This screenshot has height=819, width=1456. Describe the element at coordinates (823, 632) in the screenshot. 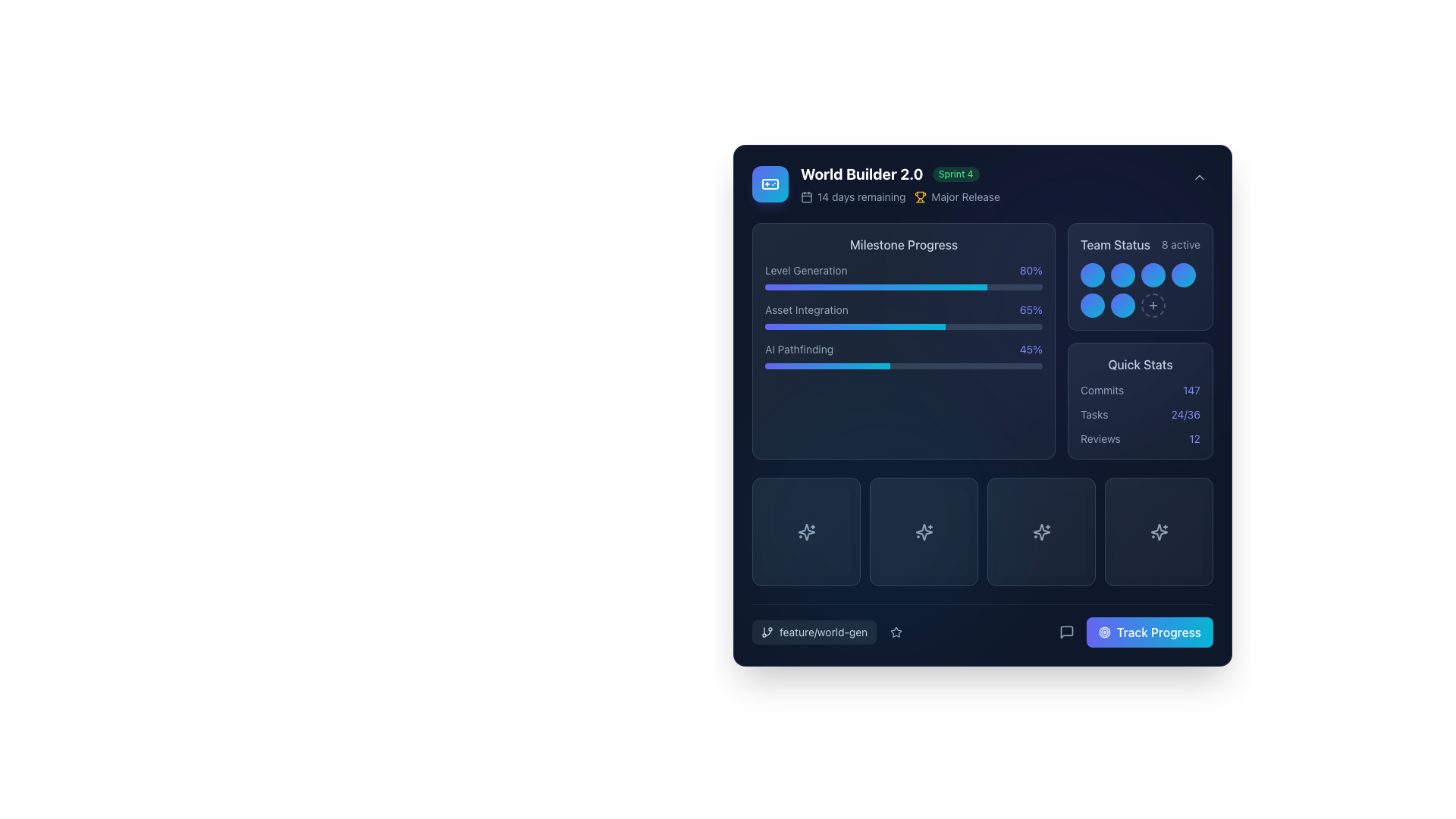

I see `the static text element that reads 'feature/world-gen', located in the bottom left corner of a rounded rectangular button-like structure with a dark background` at that location.